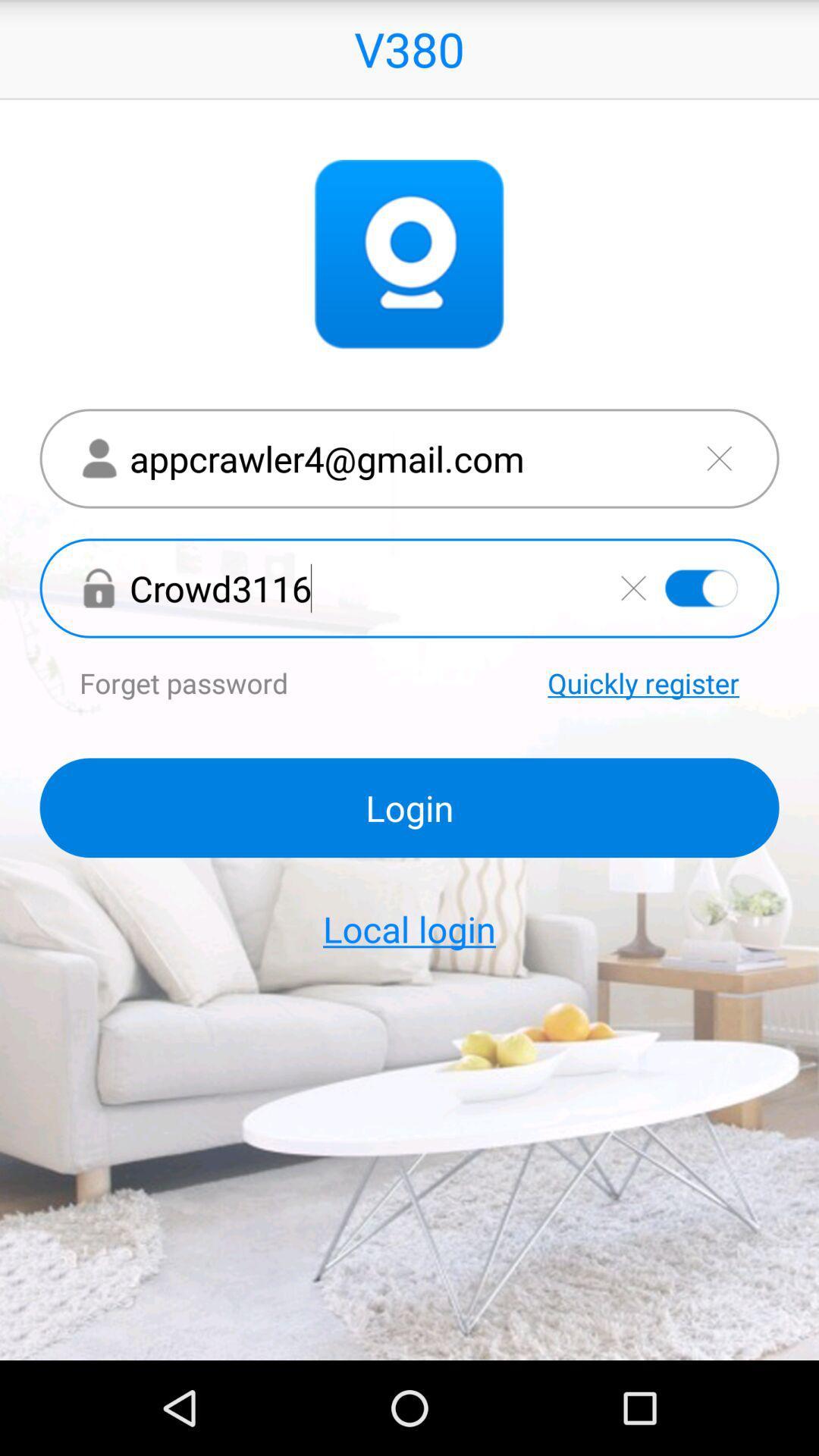 This screenshot has width=819, height=1456. I want to click on switch show/do n't show, so click(701, 587).